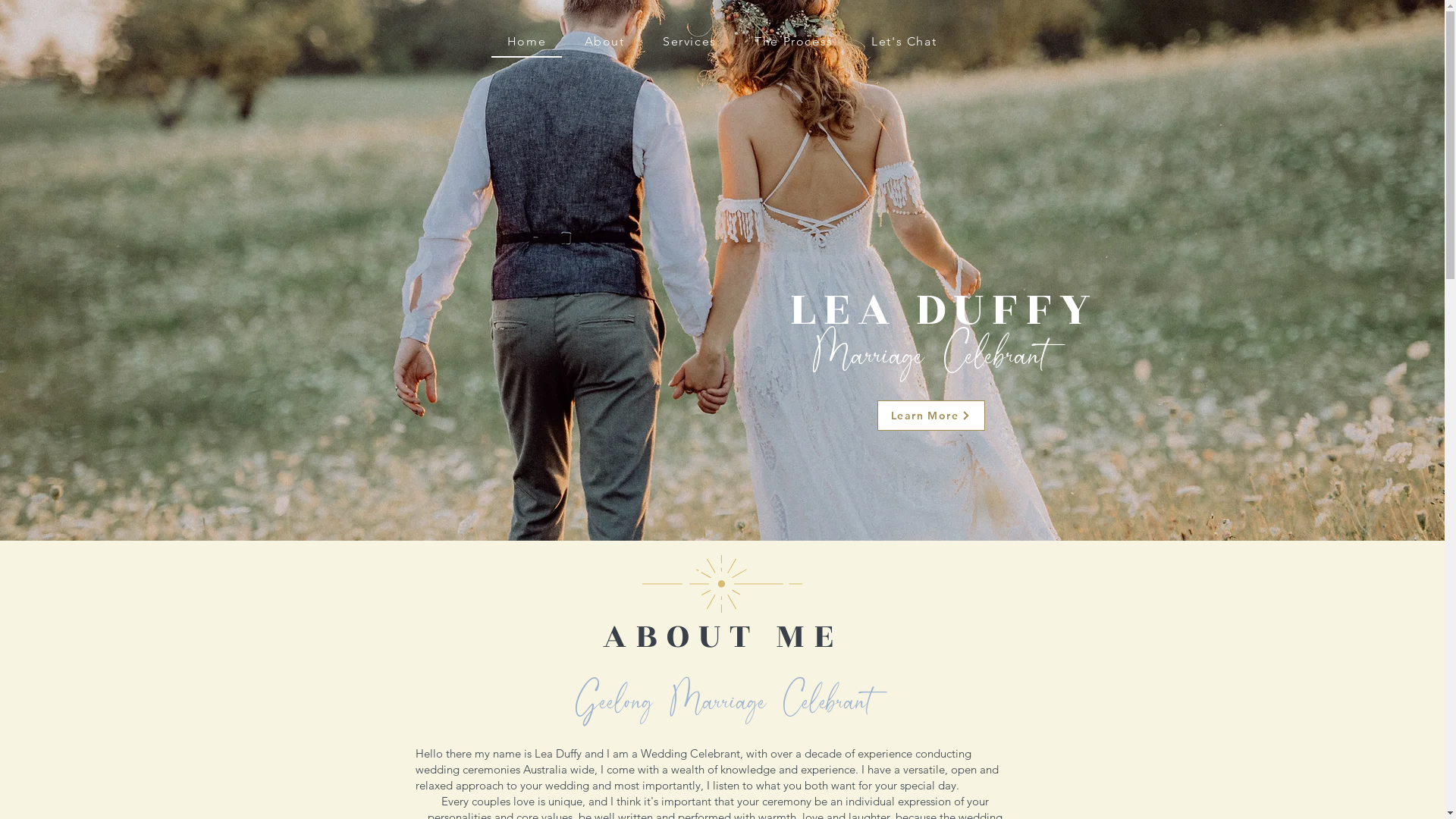  Describe the element at coordinates (603, 40) in the screenshot. I see `'About'` at that location.